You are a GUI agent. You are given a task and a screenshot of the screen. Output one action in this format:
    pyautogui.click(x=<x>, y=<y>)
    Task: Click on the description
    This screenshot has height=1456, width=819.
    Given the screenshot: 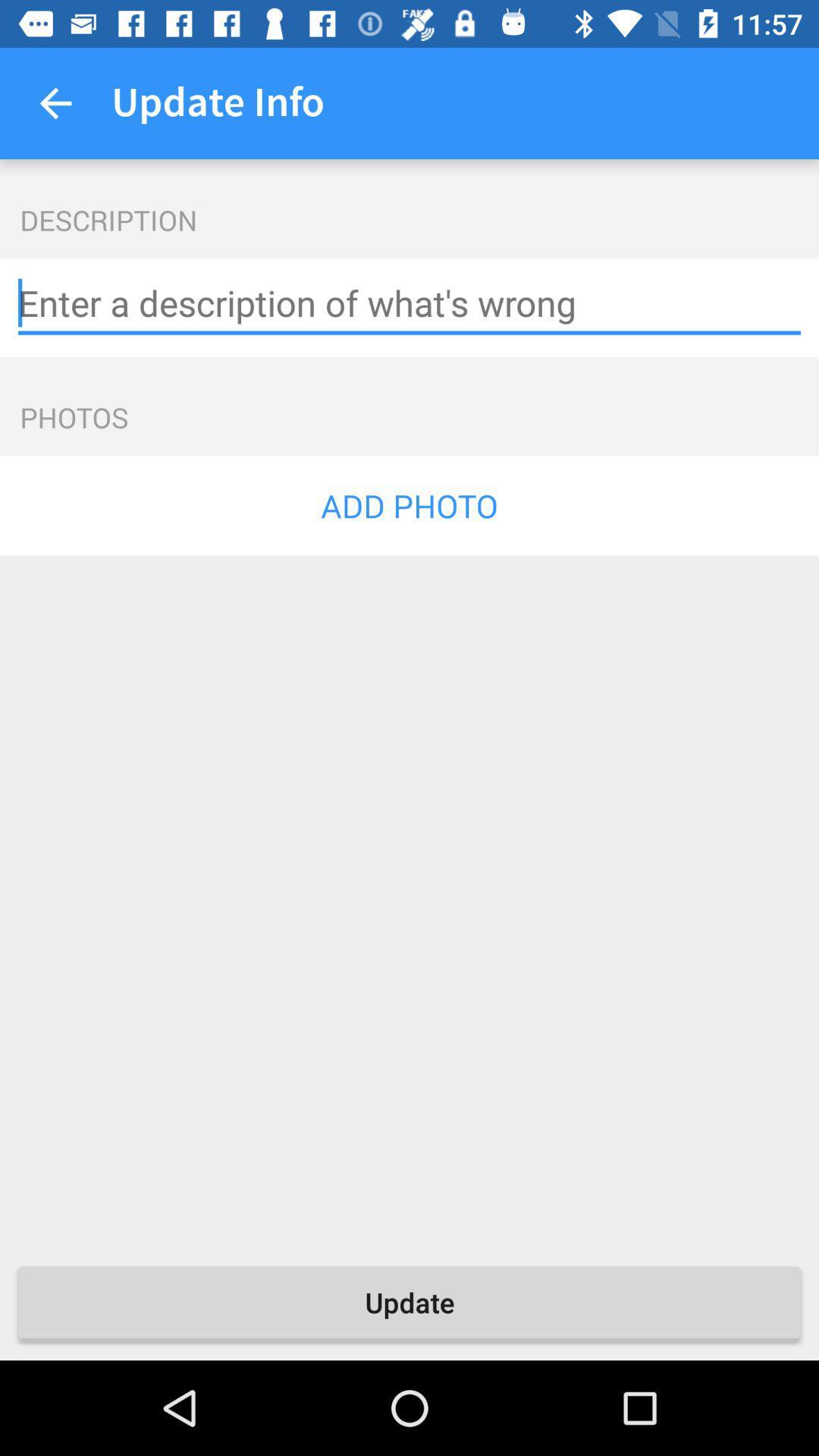 What is the action you would take?
    pyautogui.click(x=409, y=303)
    